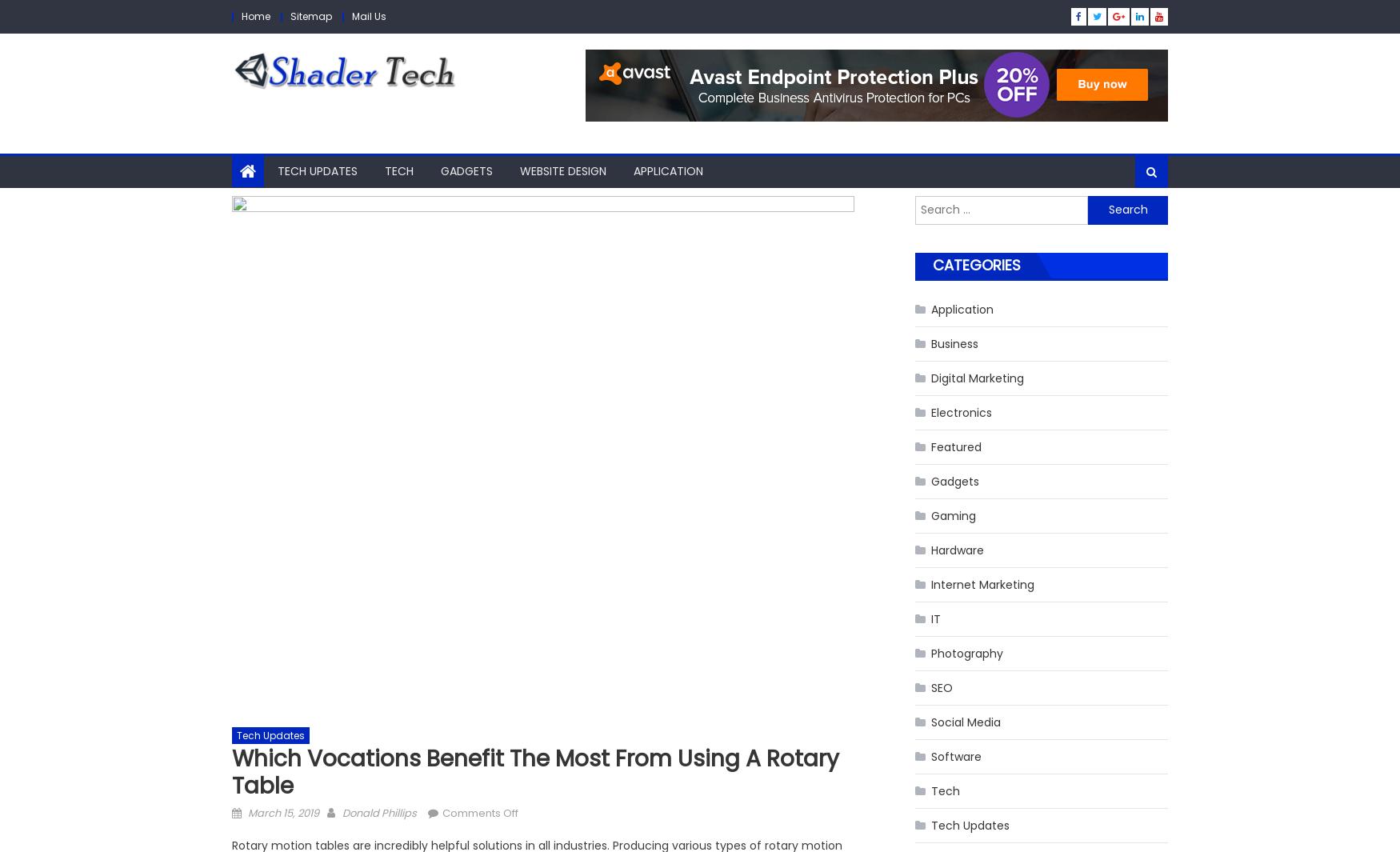 The image size is (1400, 852). Describe the element at coordinates (976, 263) in the screenshot. I see `'Categories'` at that location.